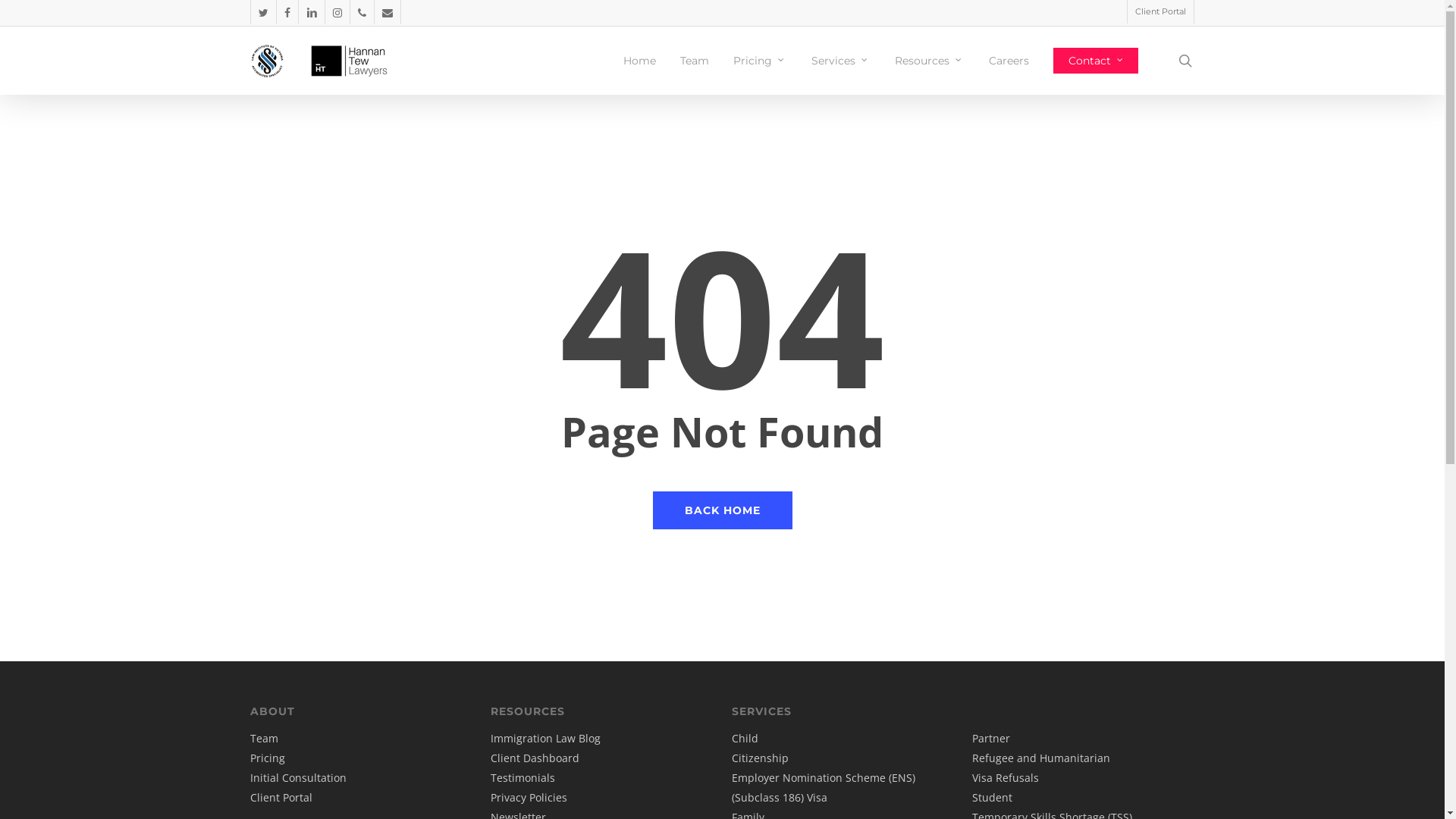 The width and height of the screenshot is (1456, 819). What do you see at coordinates (1159, 11) in the screenshot?
I see `'Client Portal'` at bounding box center [1159, 11].